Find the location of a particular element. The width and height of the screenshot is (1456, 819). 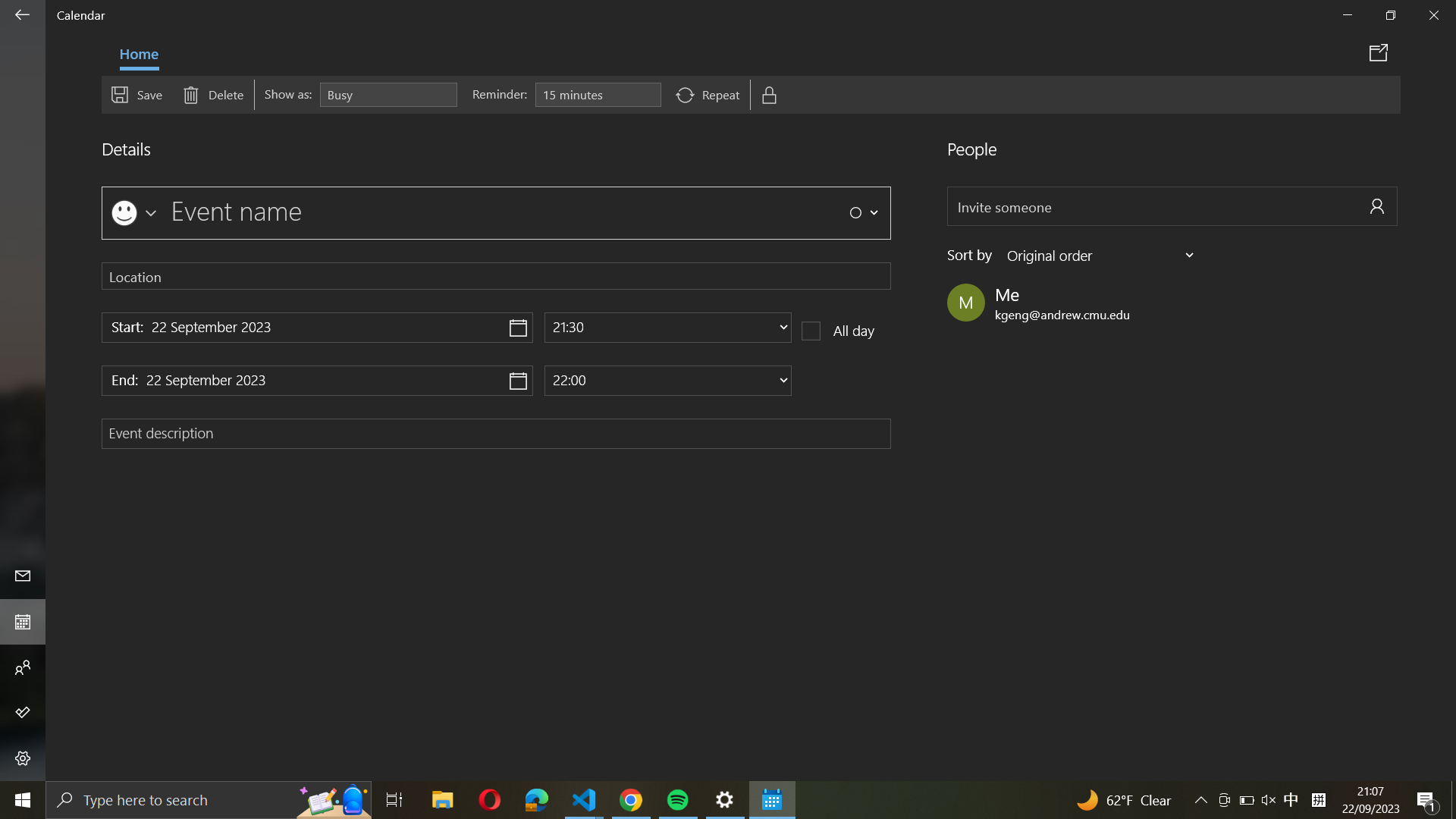

the kick-off date to "22 December 2020 is located at coordinates (316, 327).